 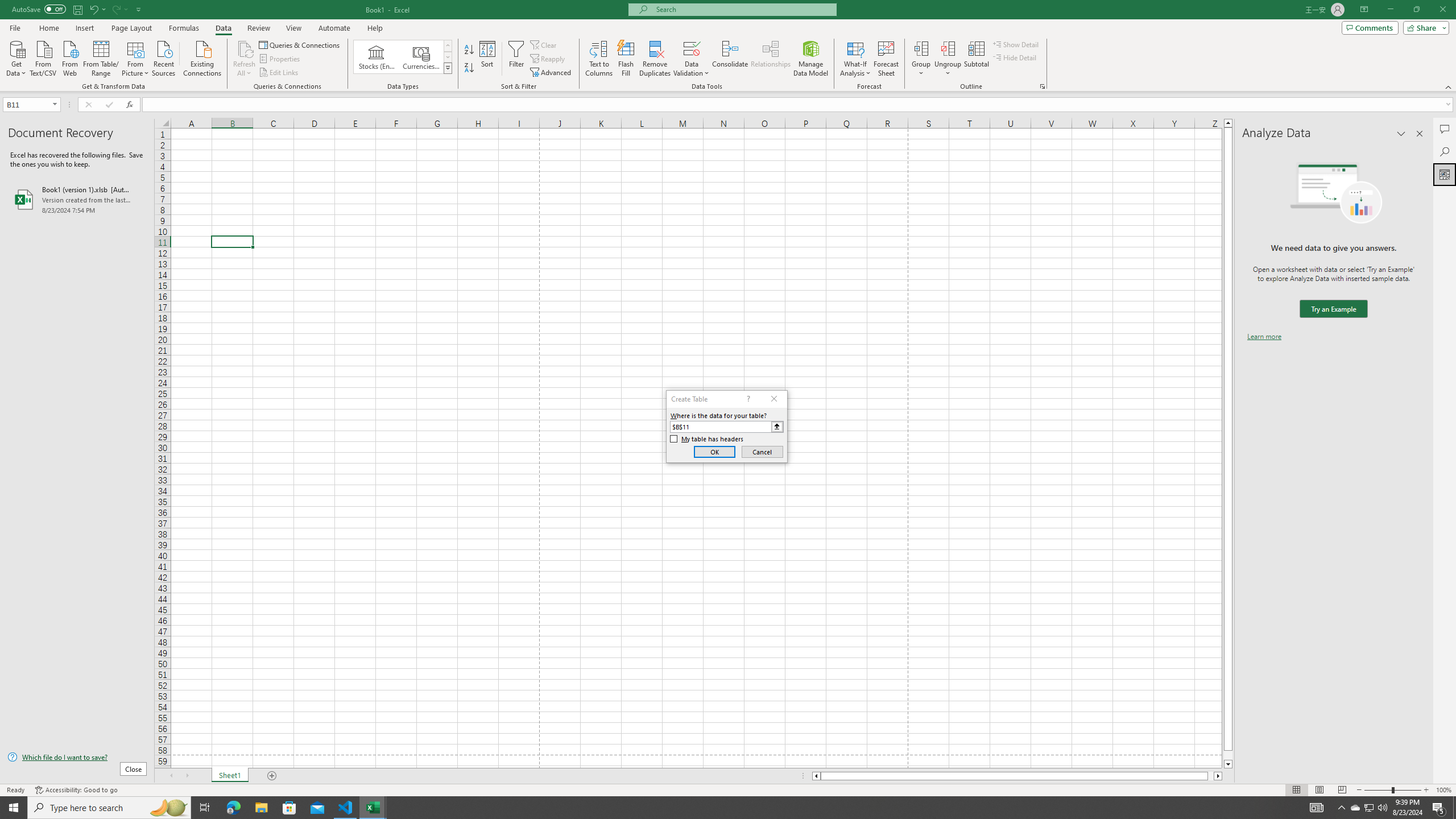 What do you see at coordinates (1444, 152) in the screenshot?
I see `'Search'` at bounding box center [1444, 152].